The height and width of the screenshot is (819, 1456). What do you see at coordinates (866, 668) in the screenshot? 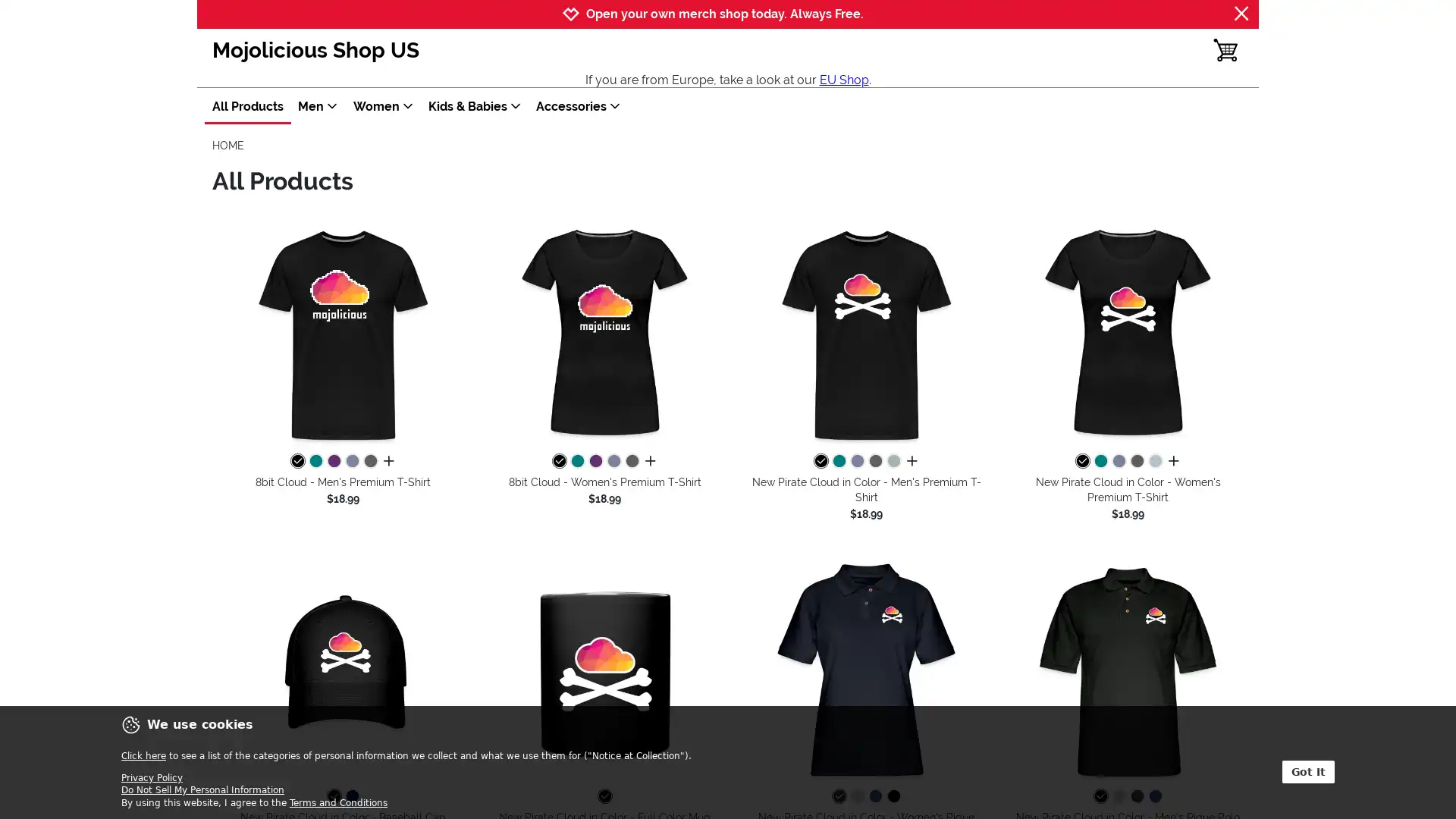
I see `New Pirate Cloud in Color - Women's Pique Polo Shirt` at bounding box center [866, 668].